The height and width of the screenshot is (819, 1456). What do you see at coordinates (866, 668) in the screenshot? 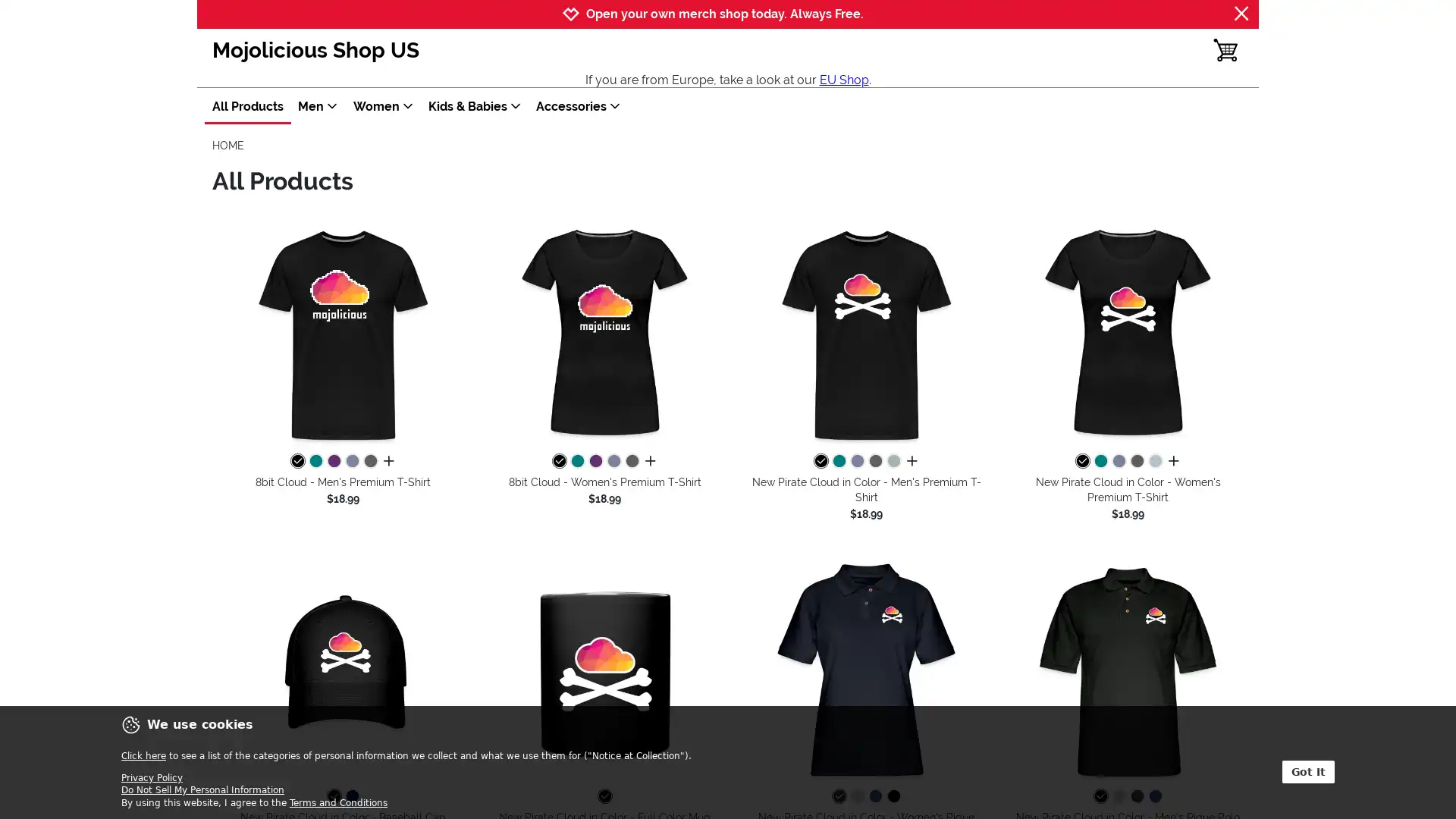
I see `New Pirate Cloud in Color - Women's Pique Polo Shirt` at bounding box center [866, 668].